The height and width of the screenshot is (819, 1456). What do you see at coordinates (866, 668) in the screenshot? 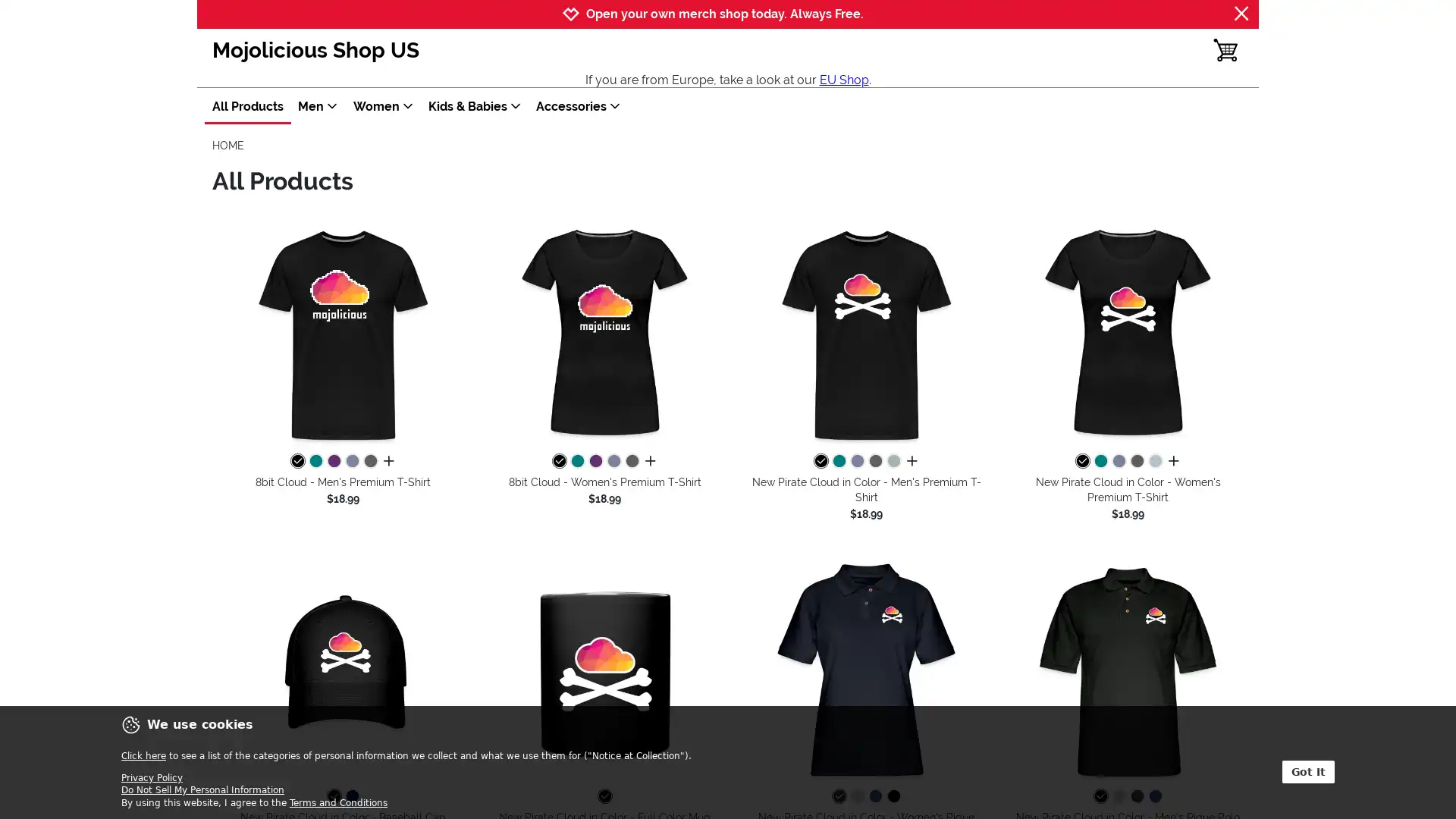
I see `New Pirate Cloud in Color - Women's Pique Polo Shirt` at bounding box center [866, 668].